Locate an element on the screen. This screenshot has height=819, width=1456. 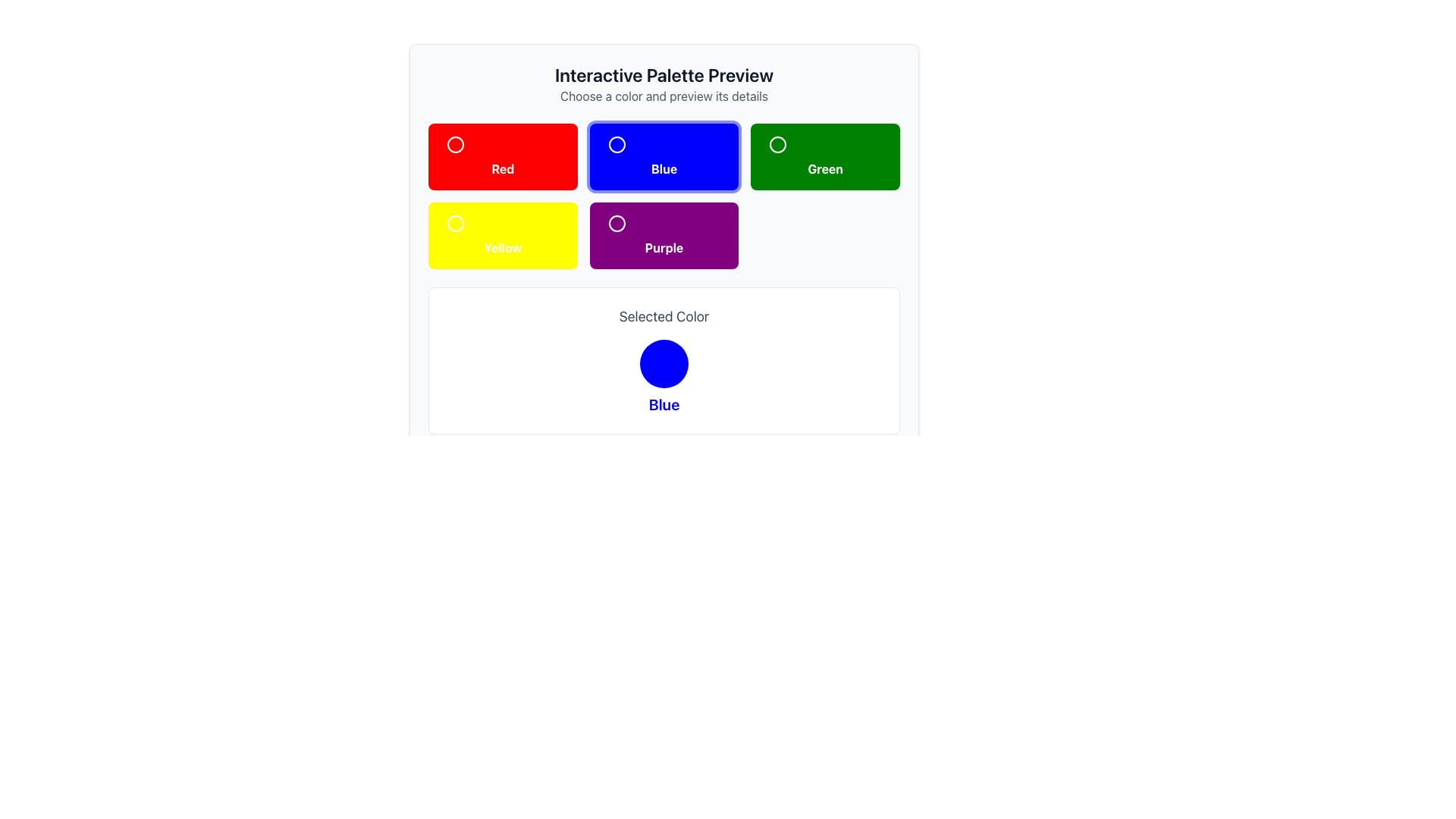
the text label that says 'Blue', which is styled in bold and large font, located within a white box below a blue circle in the 'Selected Color' card is located at coordinates (664, 403).